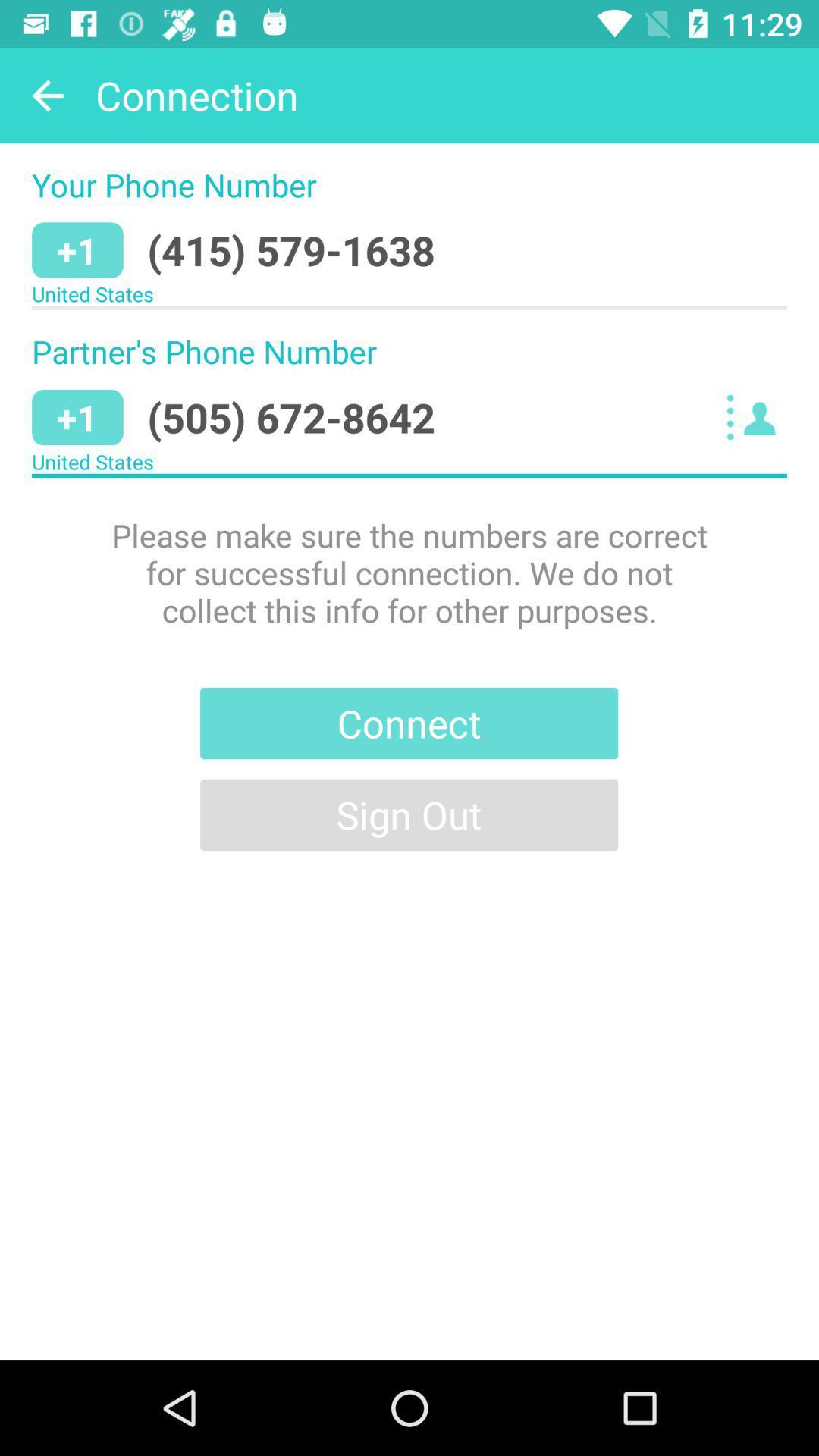 The height and width of the screenshot is (1456, 819). Describe the element at coordinates (291, 417) in the screenshot. I see `the (505) 672-8642 item` at that location.